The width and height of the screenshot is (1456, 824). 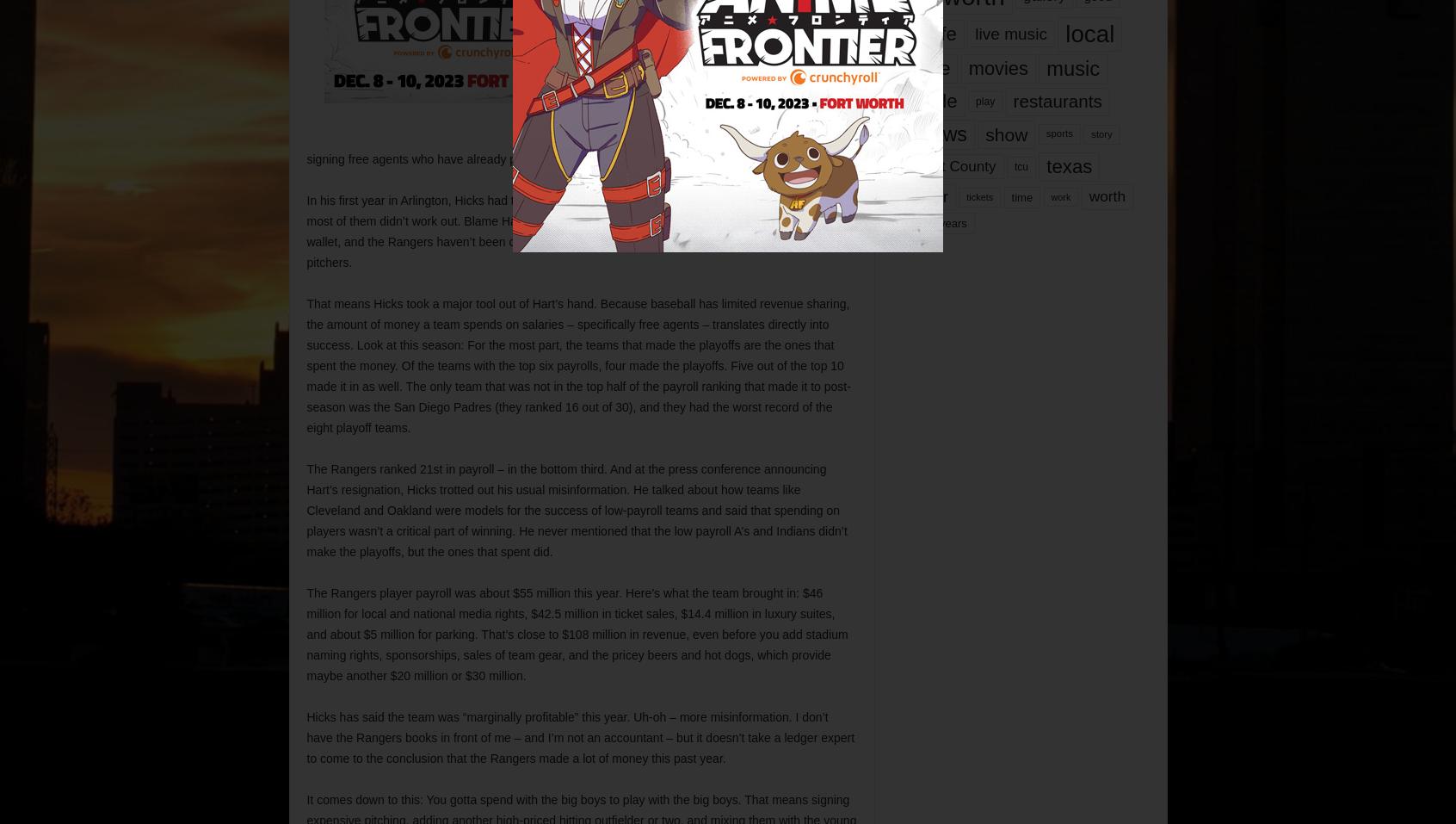 I want to click on 'work', so click(x=1060, y=195).